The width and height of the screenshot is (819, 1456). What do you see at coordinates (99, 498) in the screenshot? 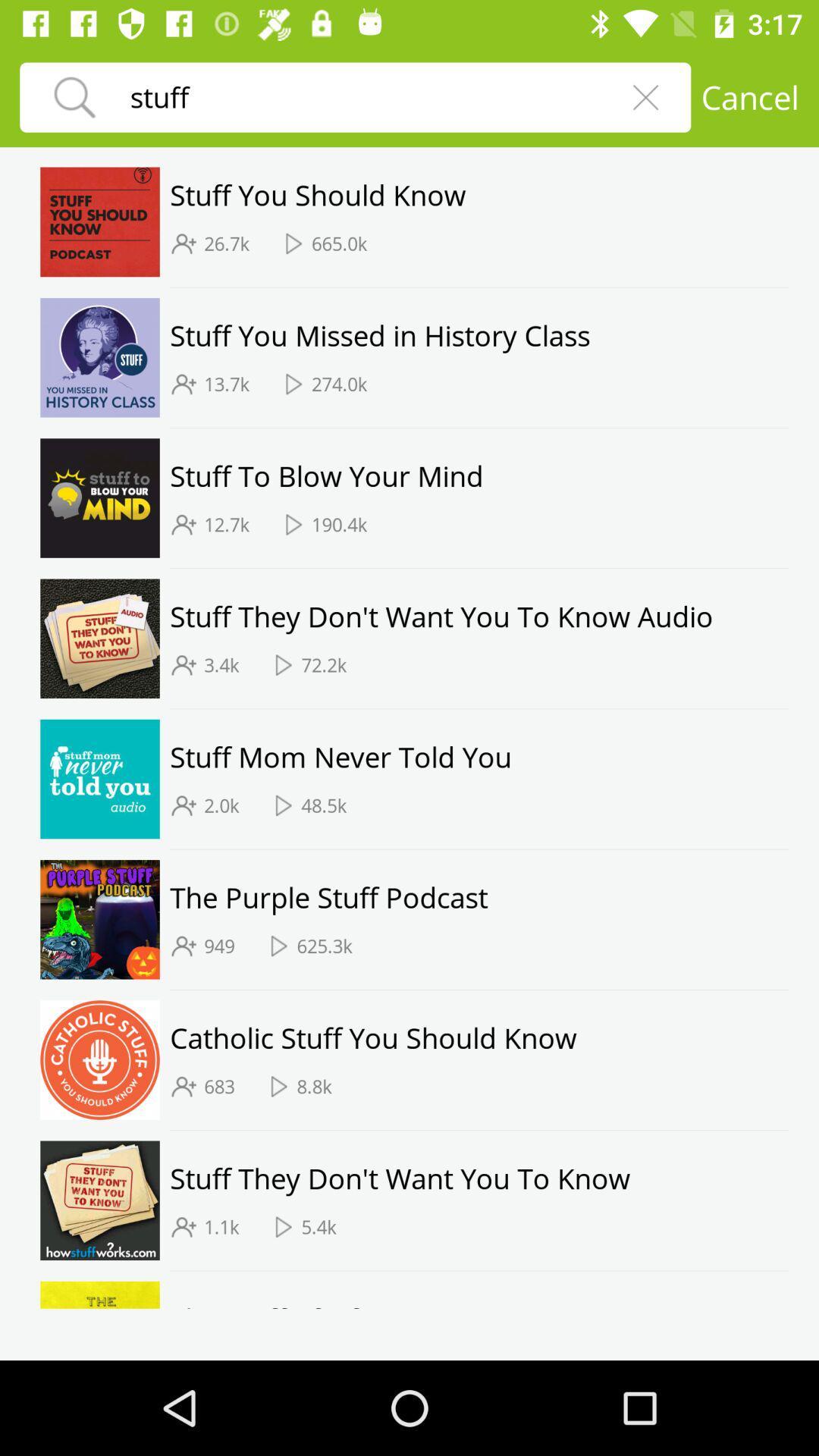
I see `the image which says stuff to blow your mind` at bounding box center [99, 498].